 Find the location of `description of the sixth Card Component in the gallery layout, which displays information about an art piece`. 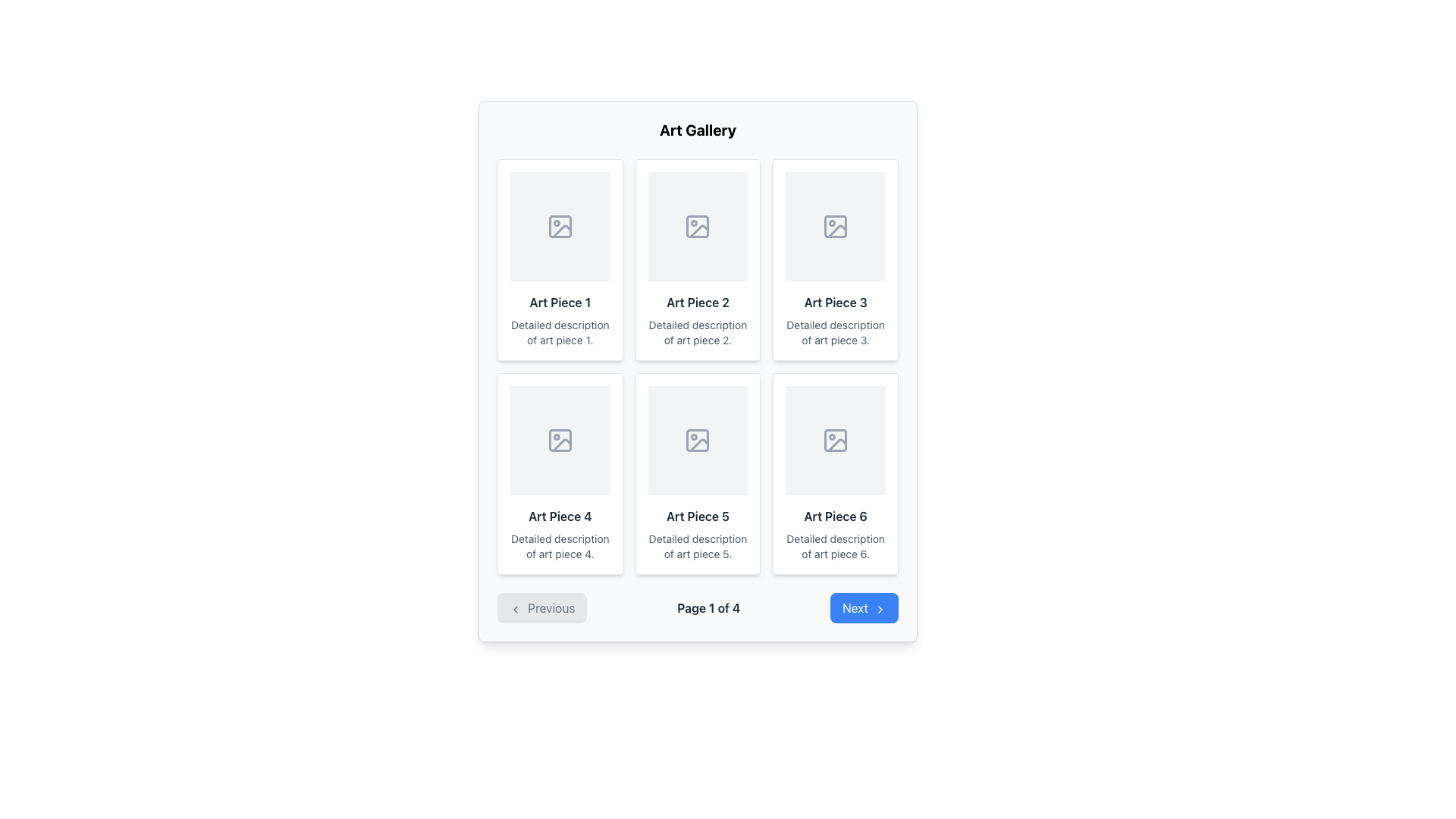

description of the sixth Card Component in the gallery layout, which displays information about an art piece is located at coordinates (835, 472).